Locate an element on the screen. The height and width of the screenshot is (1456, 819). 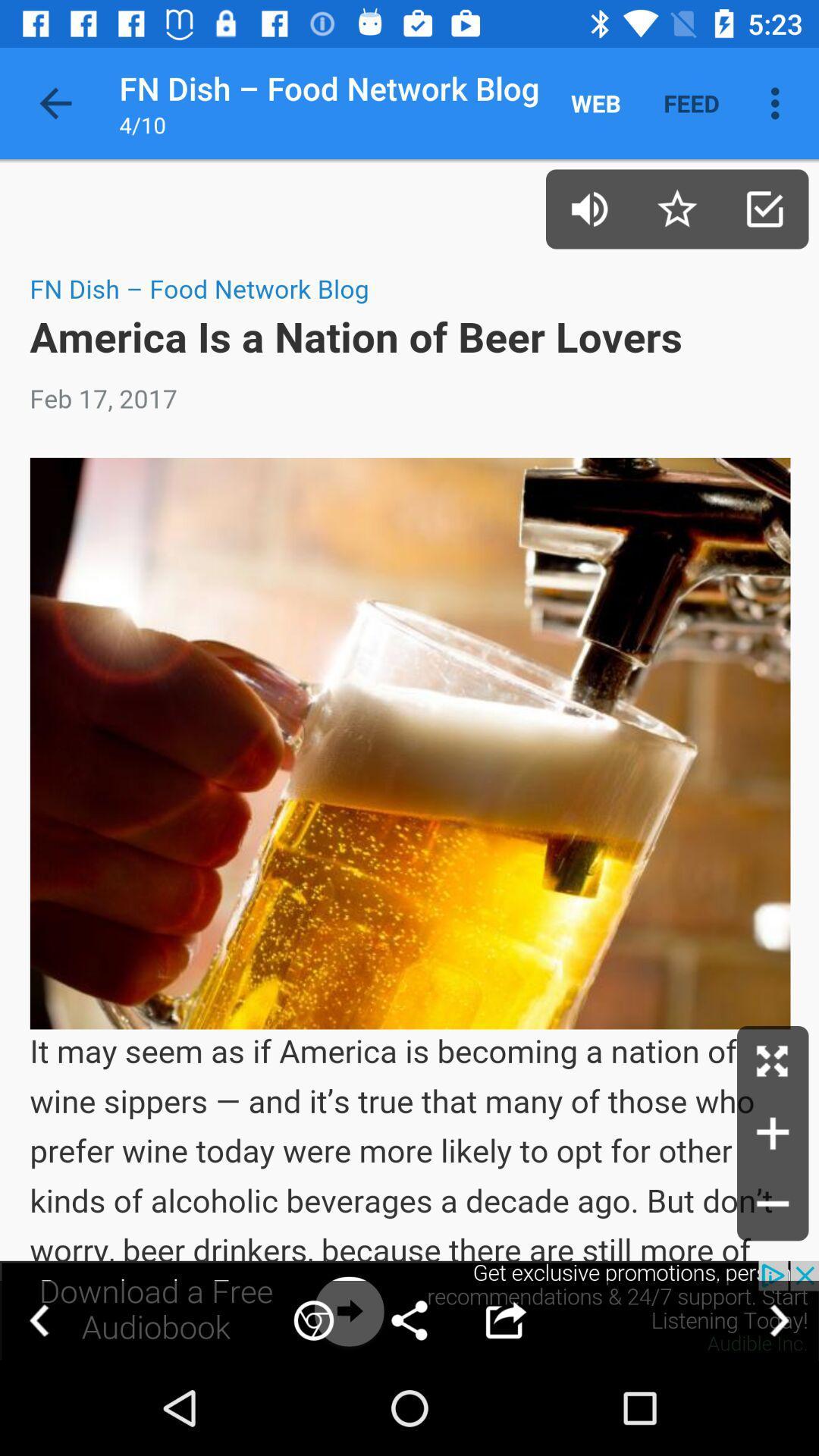
this article is located at coordinates (676, 208).